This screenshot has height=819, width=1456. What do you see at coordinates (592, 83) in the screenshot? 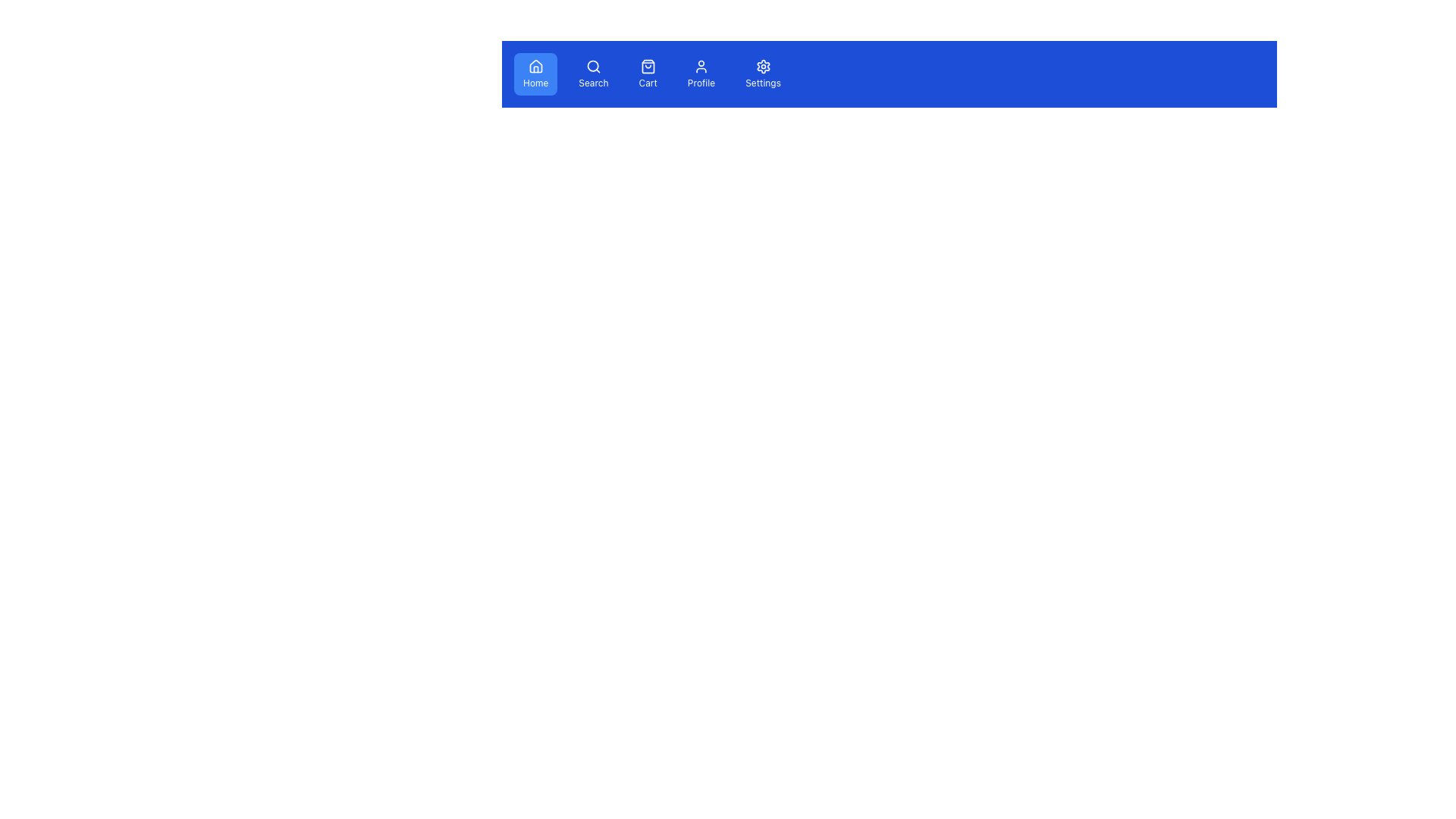
I see `the 'Search' label text located below the search icon in the top navigation bar to indicate its functionality` at bounding box center [592, 83].